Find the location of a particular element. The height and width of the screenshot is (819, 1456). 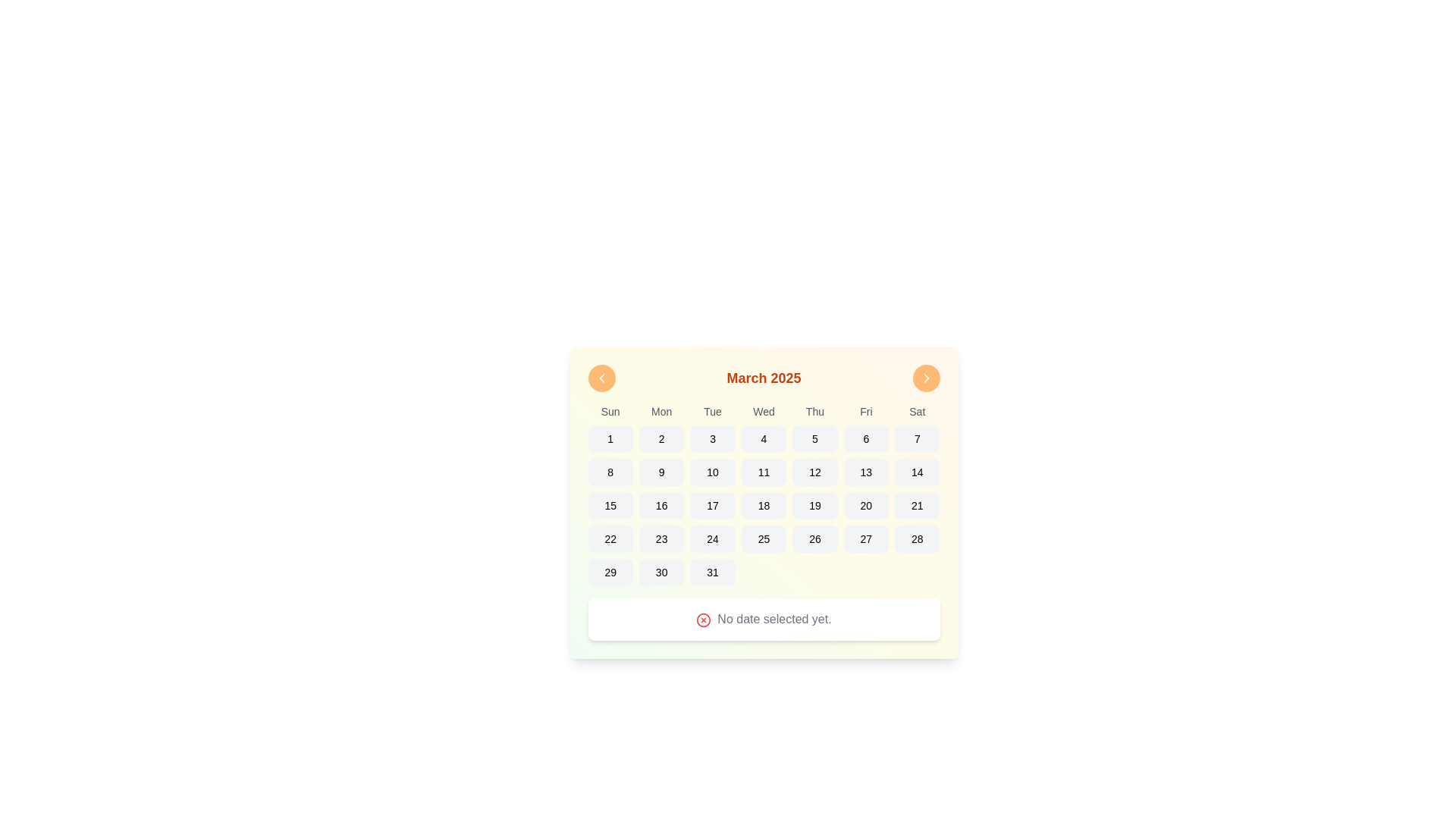

the interactive button representing the 23rd day on the calendar is located at coordinates (661, 538).